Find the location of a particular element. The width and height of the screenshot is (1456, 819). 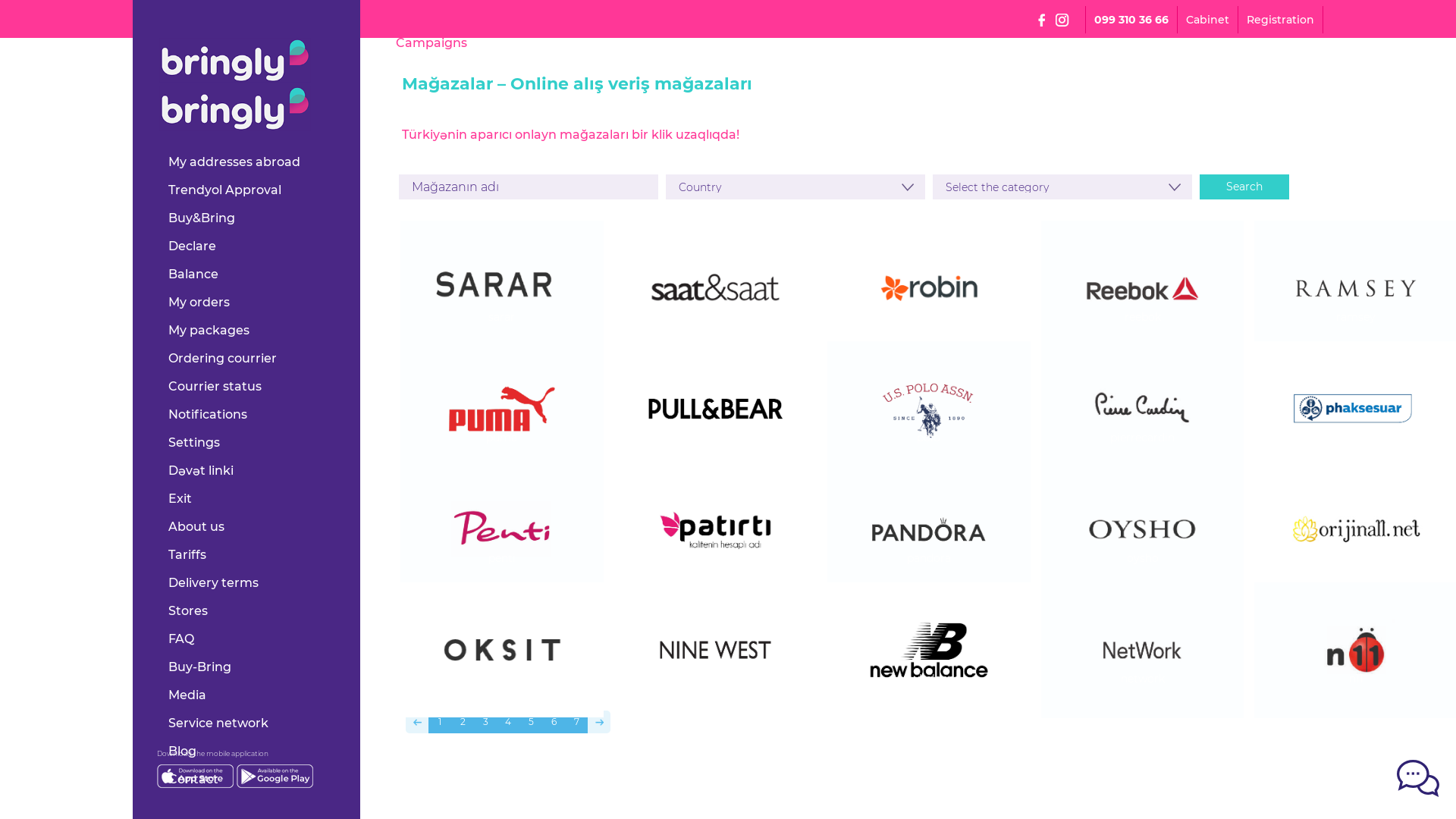

'puma' is located at coordinates (502, 438).